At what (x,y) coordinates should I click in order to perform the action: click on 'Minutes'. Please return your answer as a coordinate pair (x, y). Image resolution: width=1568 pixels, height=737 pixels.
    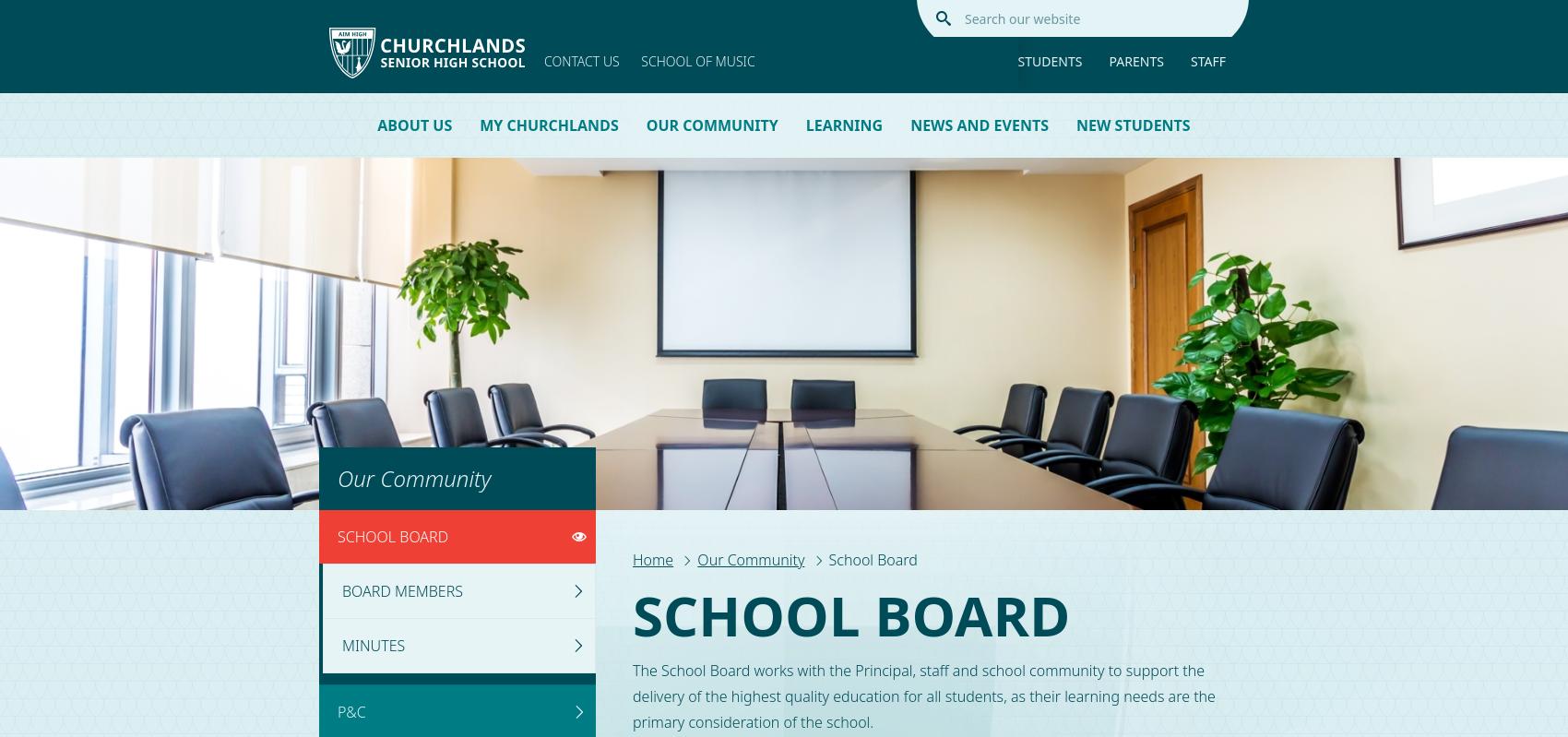
    Looking at the image, I should click on (372, 644).